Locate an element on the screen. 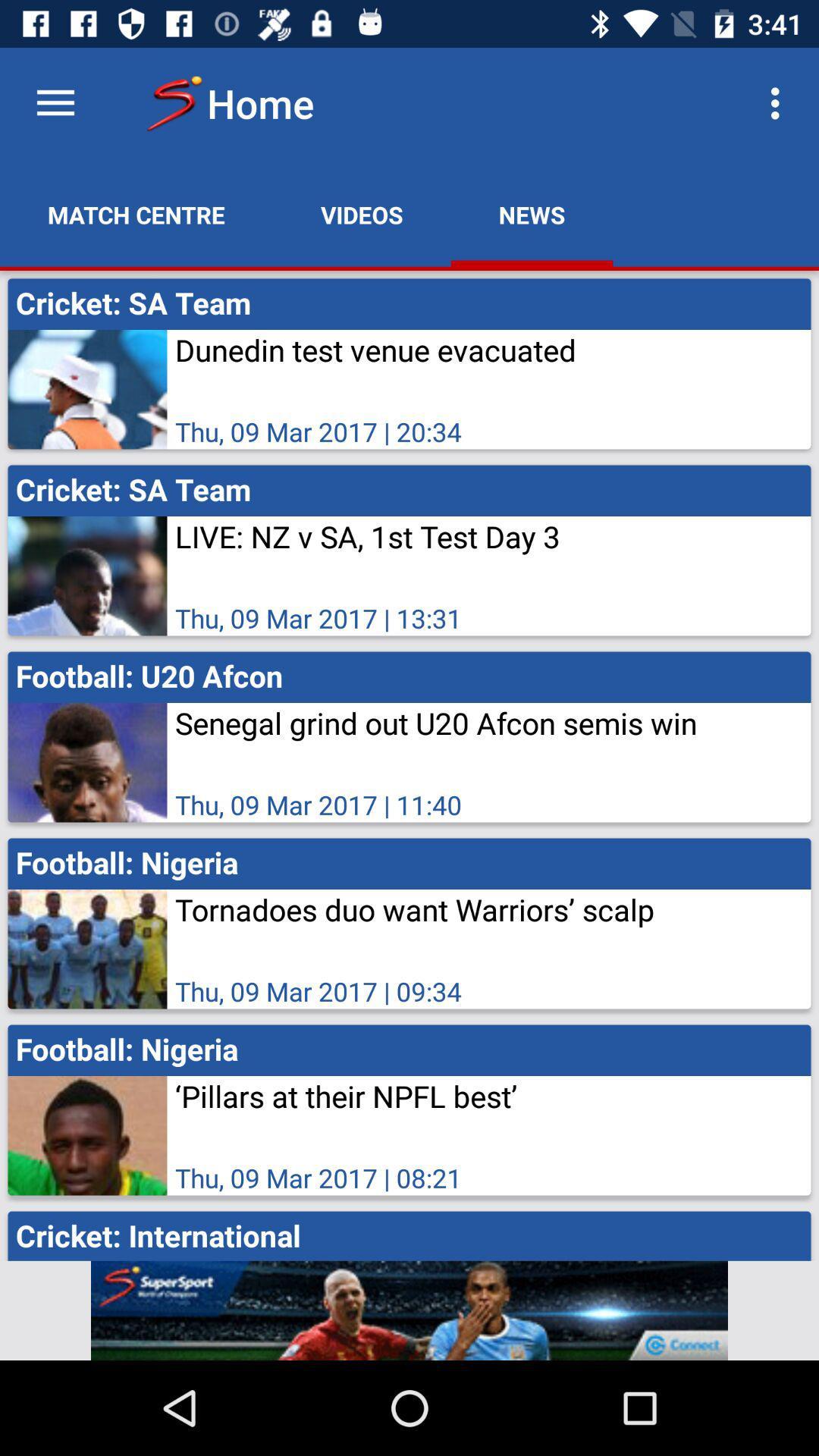  advertisement is located at coordinates (409, 1310).